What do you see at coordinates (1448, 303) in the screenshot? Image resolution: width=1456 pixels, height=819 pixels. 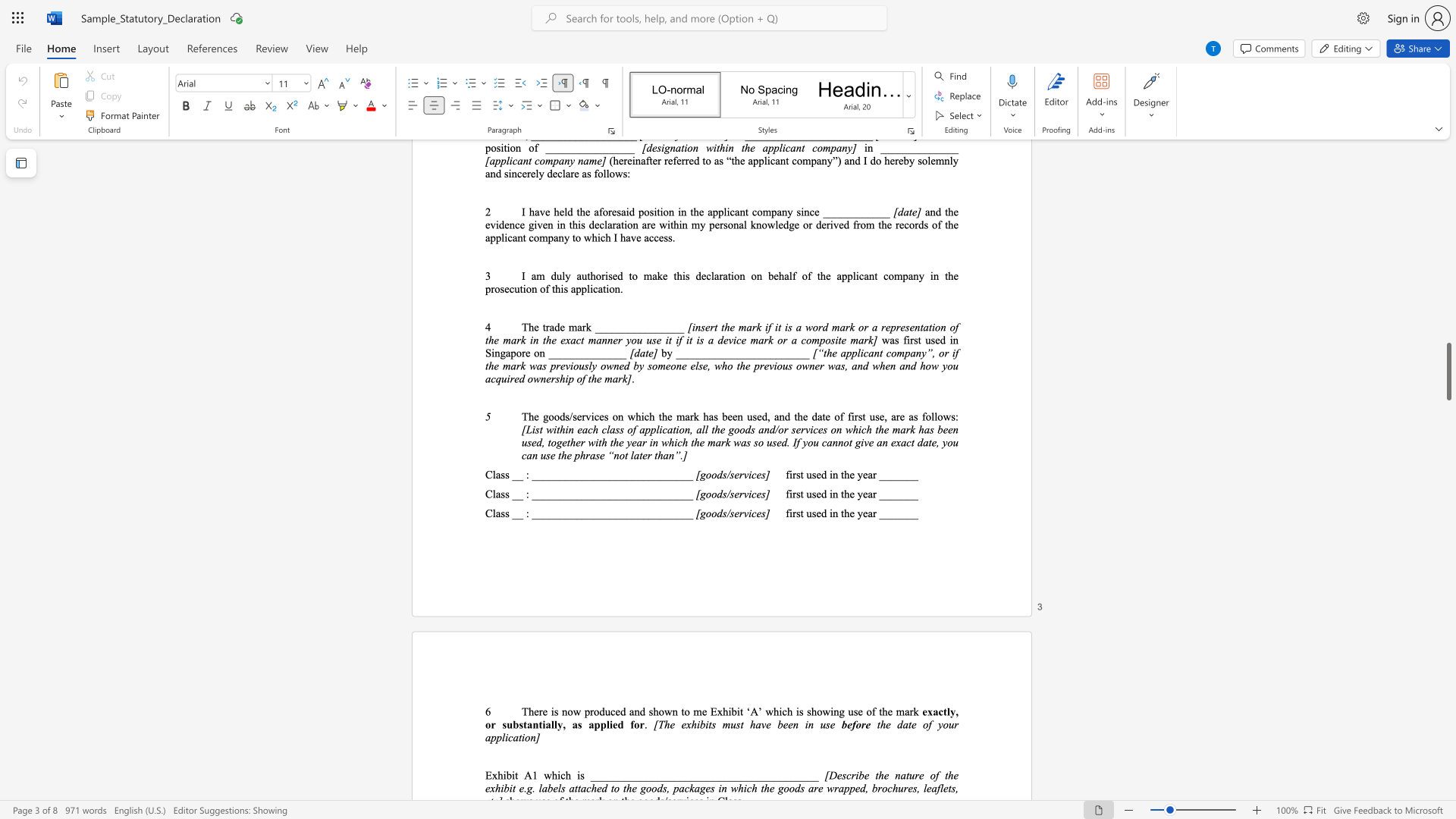 I see `the scrollbar to scroll the page up` at bounding box center [1448, 303].